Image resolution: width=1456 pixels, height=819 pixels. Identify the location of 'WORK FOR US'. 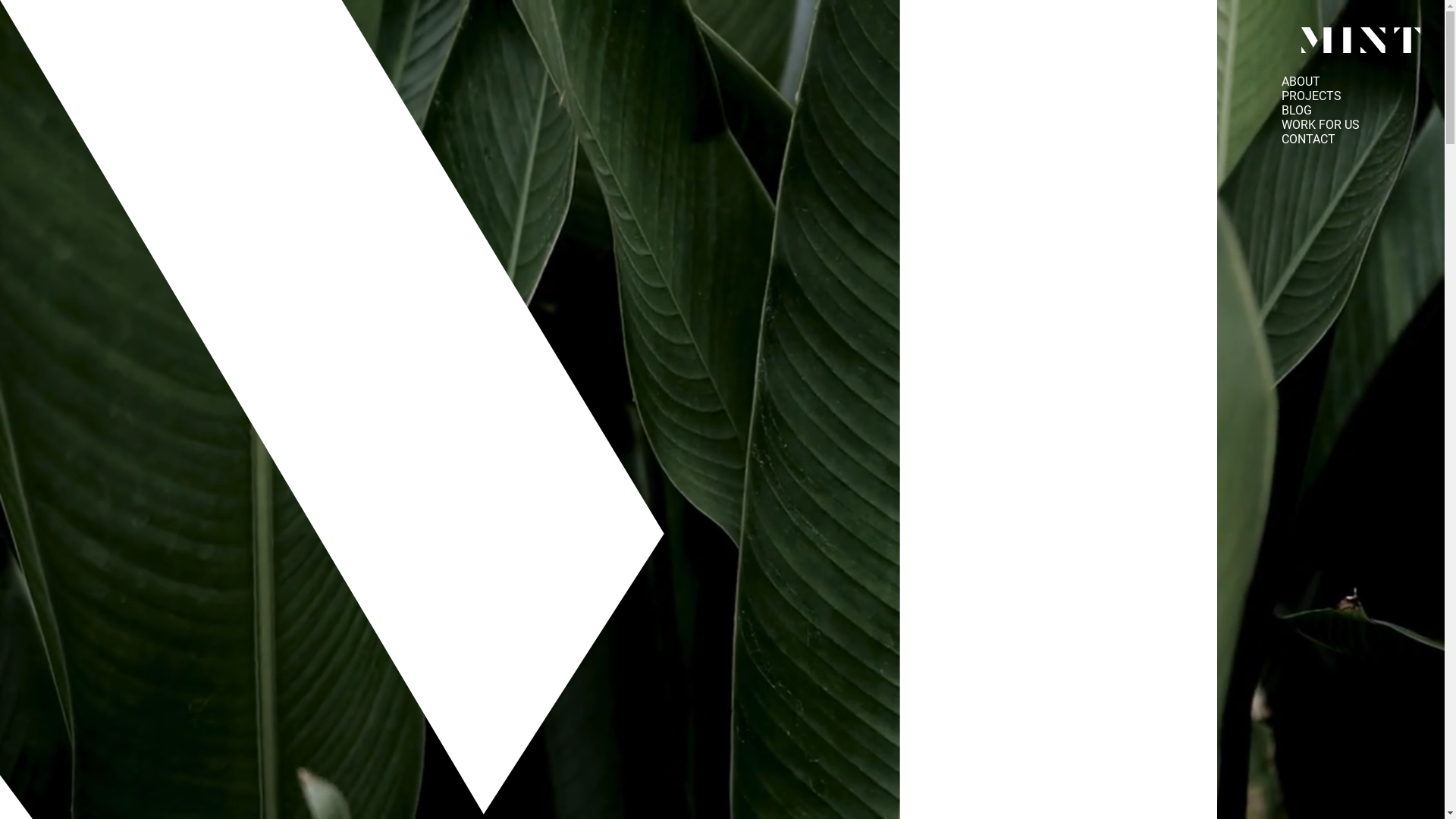
(1319, 124).